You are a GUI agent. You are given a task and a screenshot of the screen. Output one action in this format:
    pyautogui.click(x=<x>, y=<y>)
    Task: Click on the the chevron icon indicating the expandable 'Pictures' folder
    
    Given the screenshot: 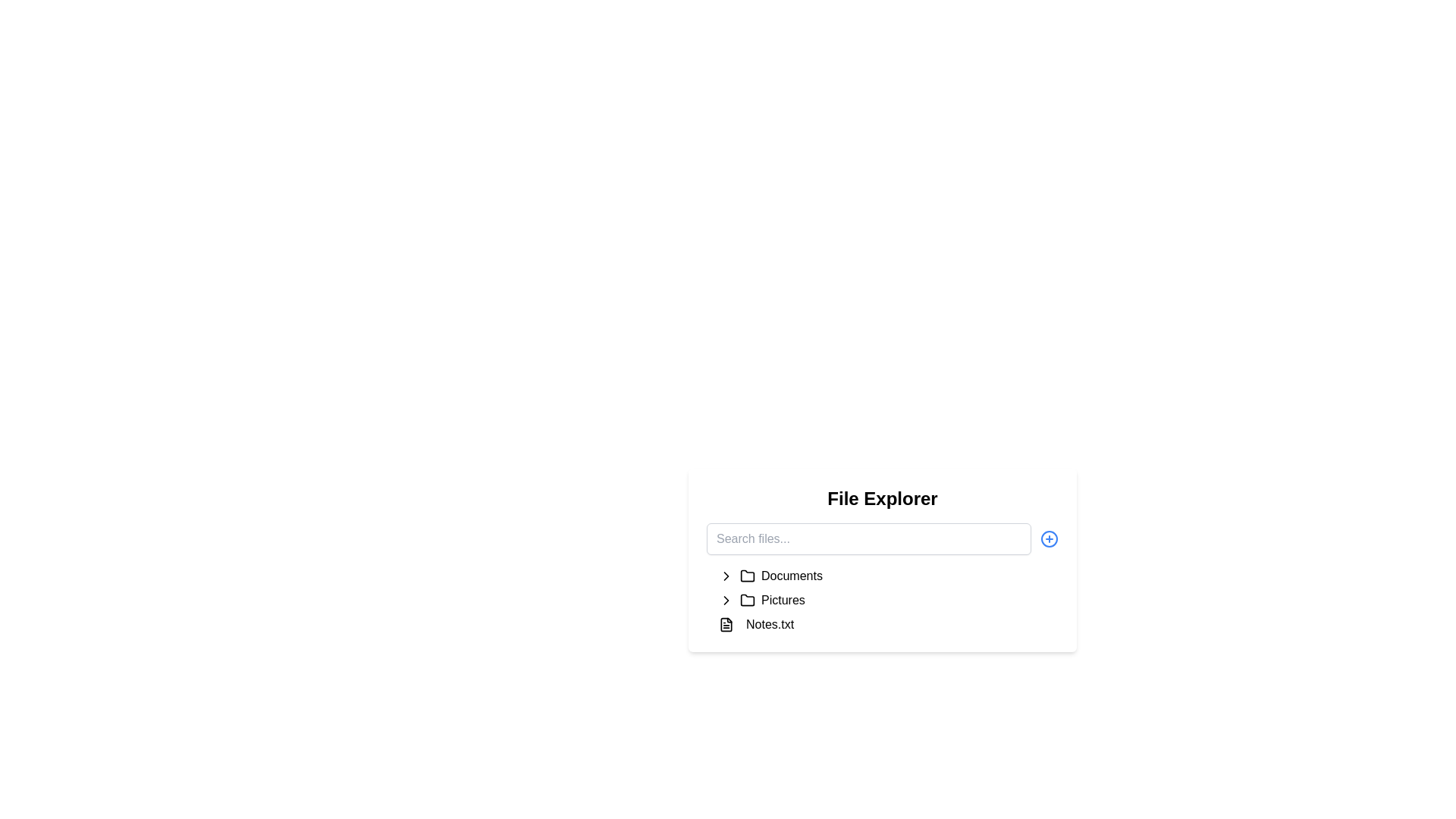 What is the action you would take?
    pyautogui.click(x=726, y=599)
    